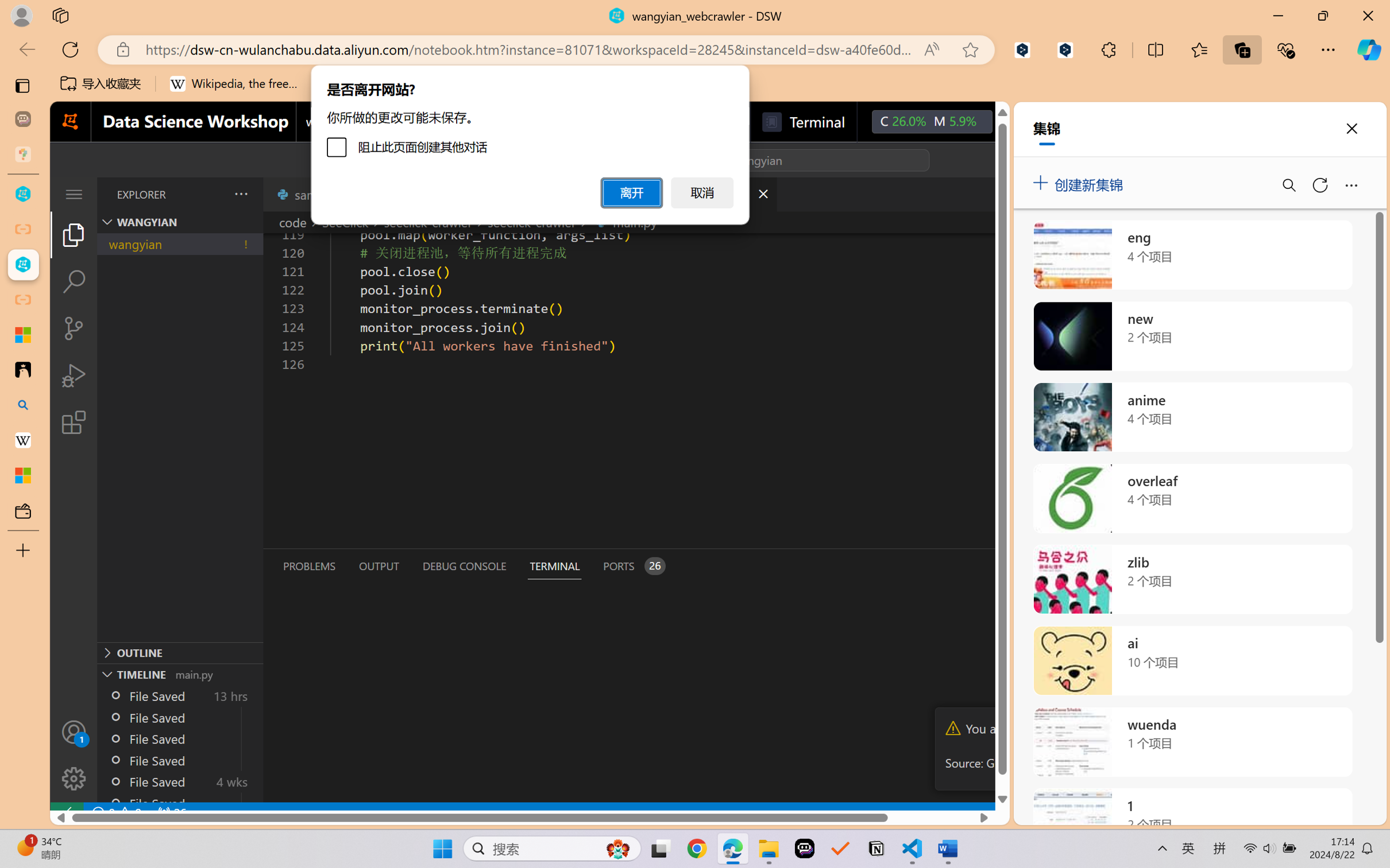 This screenshot has height=868, width=1390. I want to click on 'Class: menubar compact overflow-menu-only', so click(73, 193).